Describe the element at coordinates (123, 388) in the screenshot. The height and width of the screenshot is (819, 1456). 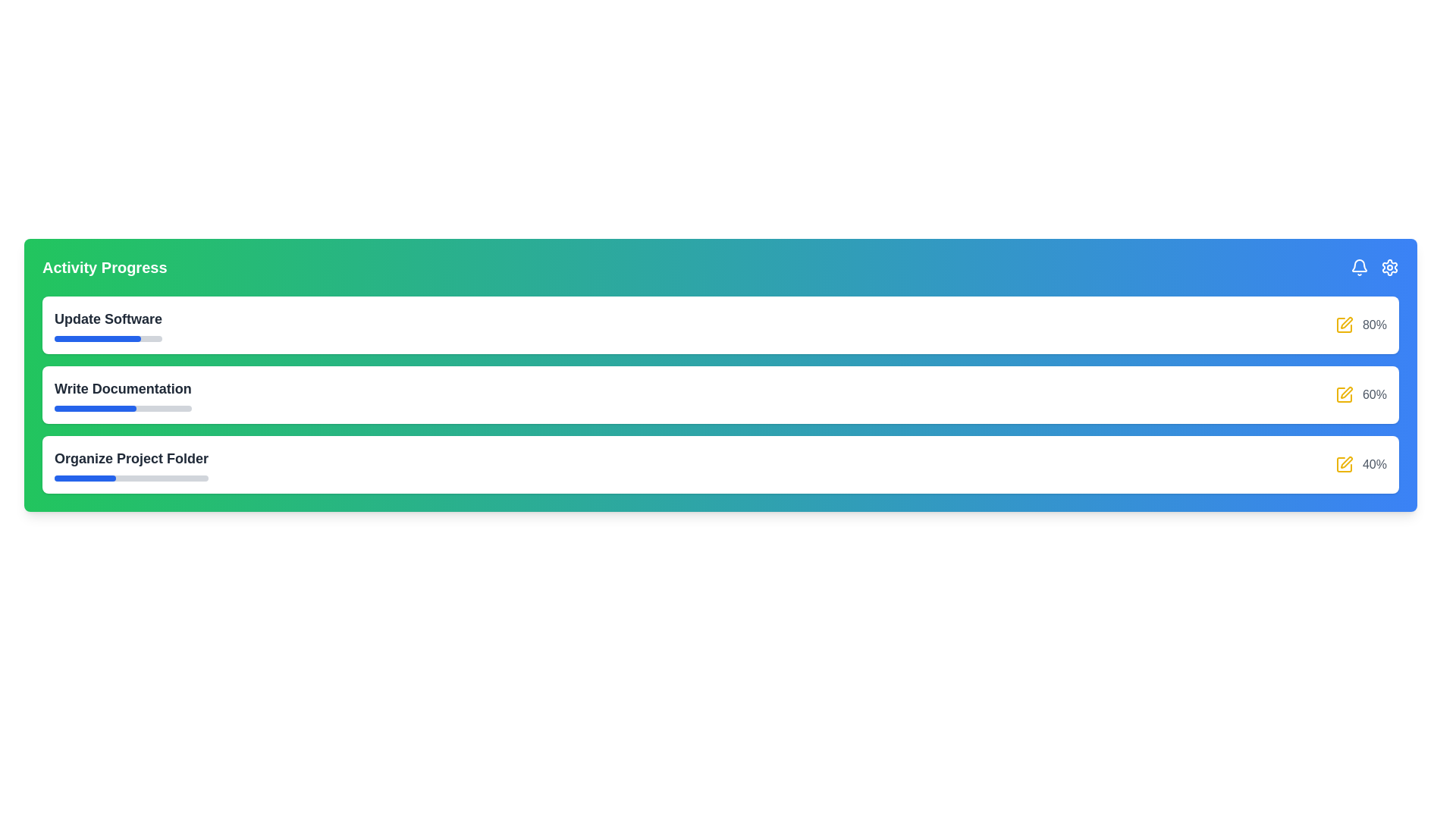
I see `text label positioned in the center of the second task block in the progress tracker, located between the tasks 'Update Software' and 'Organize Project Folder'` at that location.